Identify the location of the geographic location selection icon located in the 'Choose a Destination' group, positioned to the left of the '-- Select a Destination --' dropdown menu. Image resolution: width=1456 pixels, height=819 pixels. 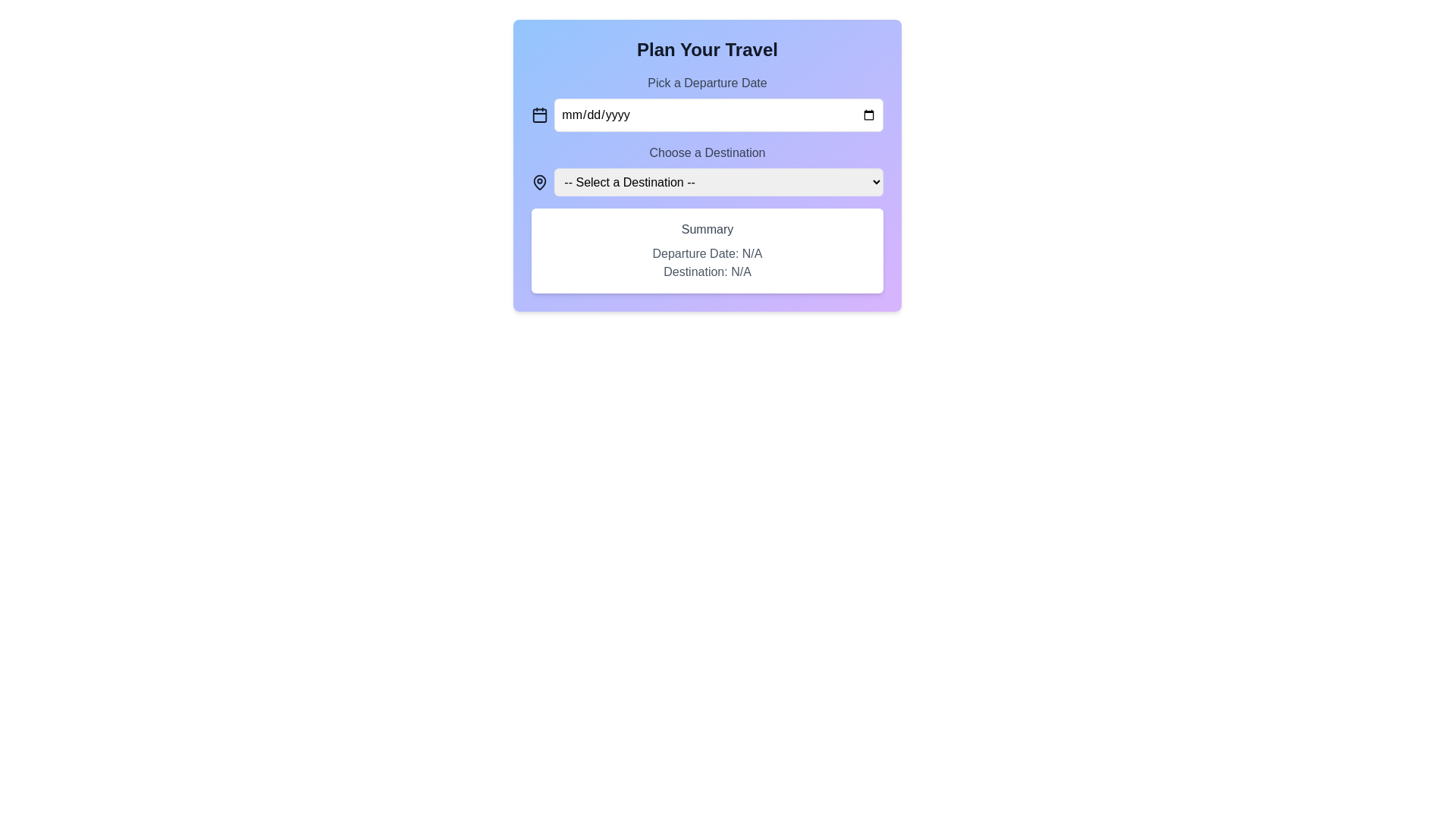
(540, 181).